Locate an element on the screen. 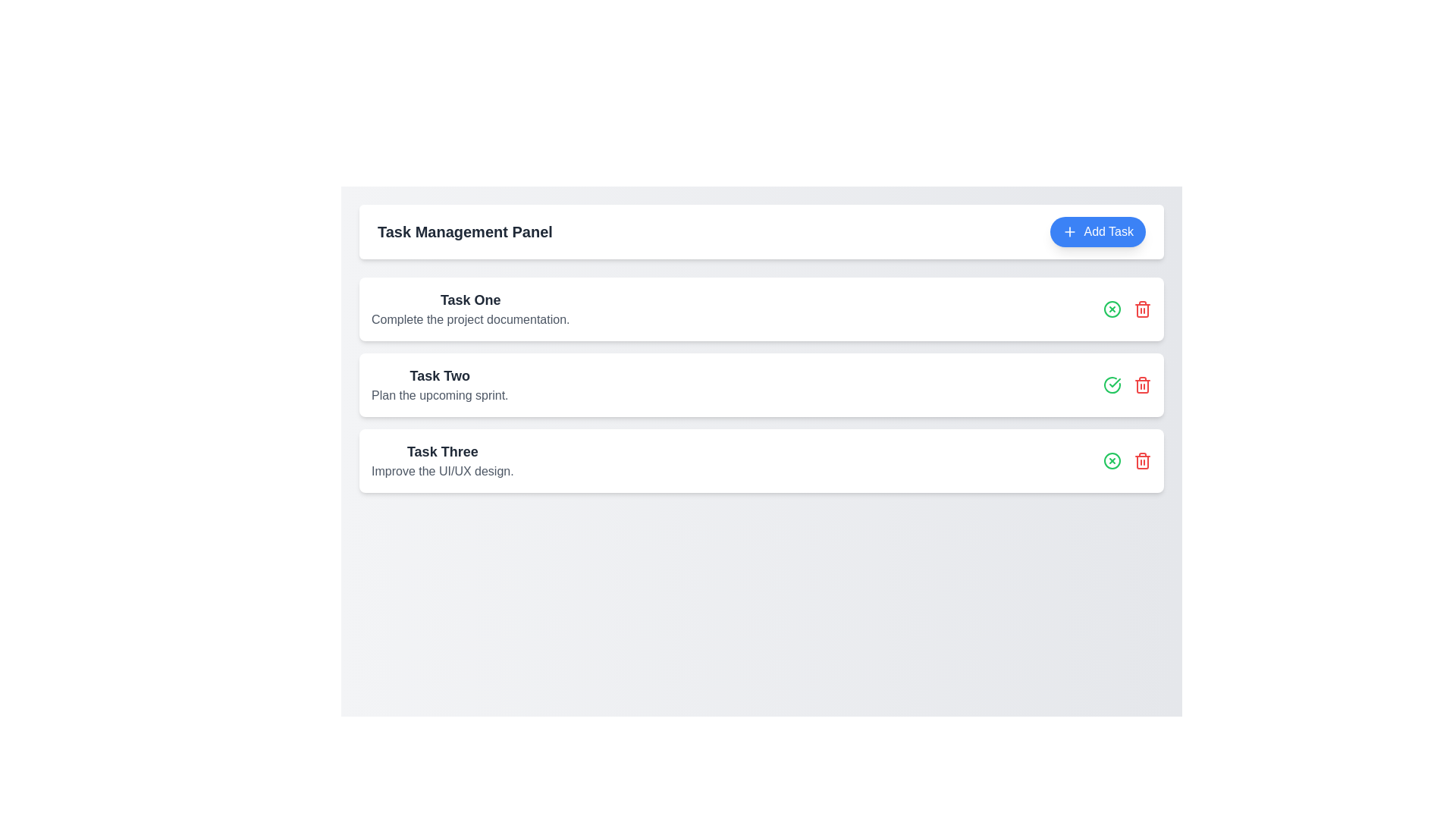  the trash icon in the Horizontal control group for 'Task One' is located at coordinates (1128, 309).